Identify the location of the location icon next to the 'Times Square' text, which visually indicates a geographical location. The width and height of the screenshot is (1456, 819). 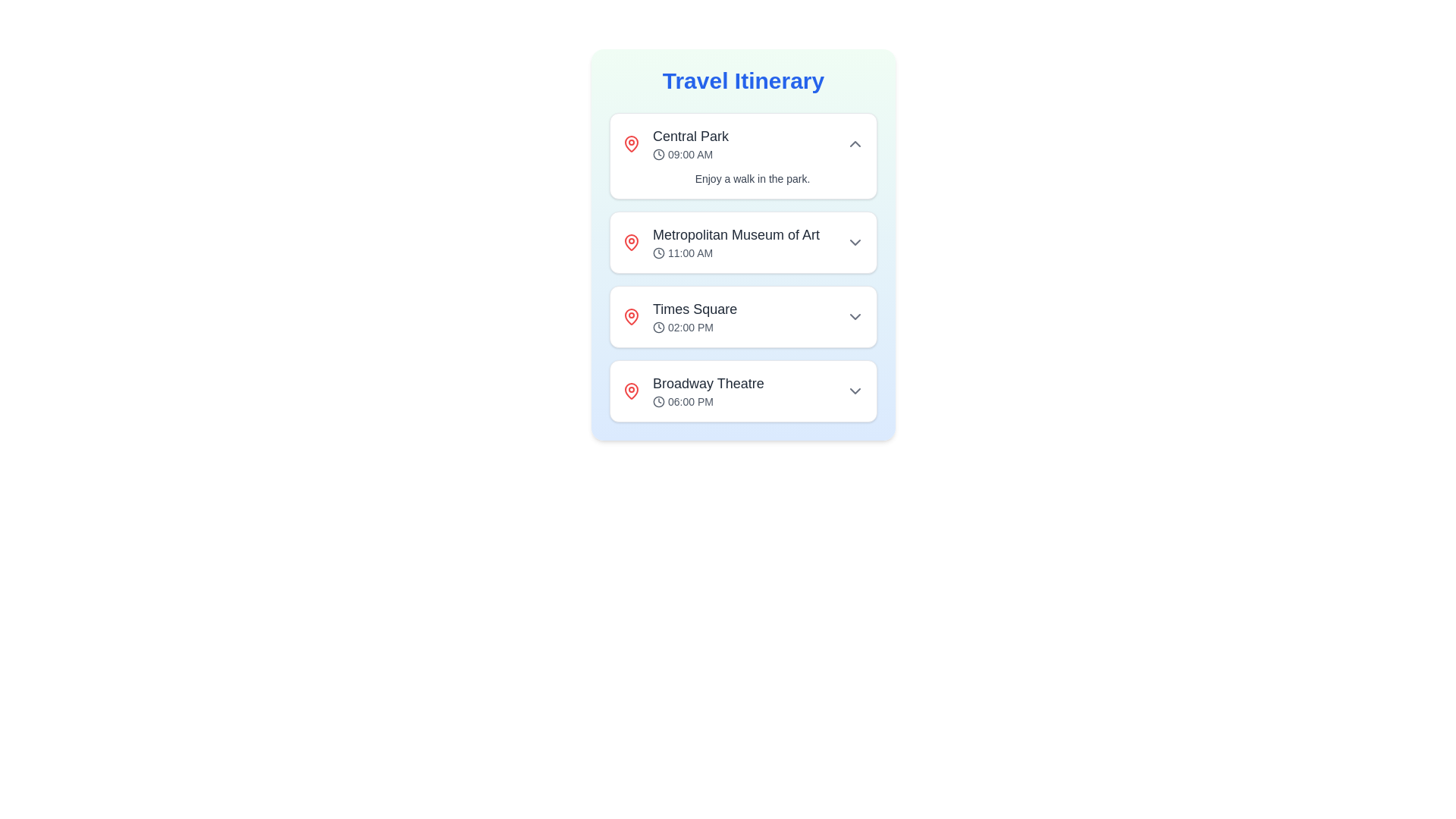
(632, 315).